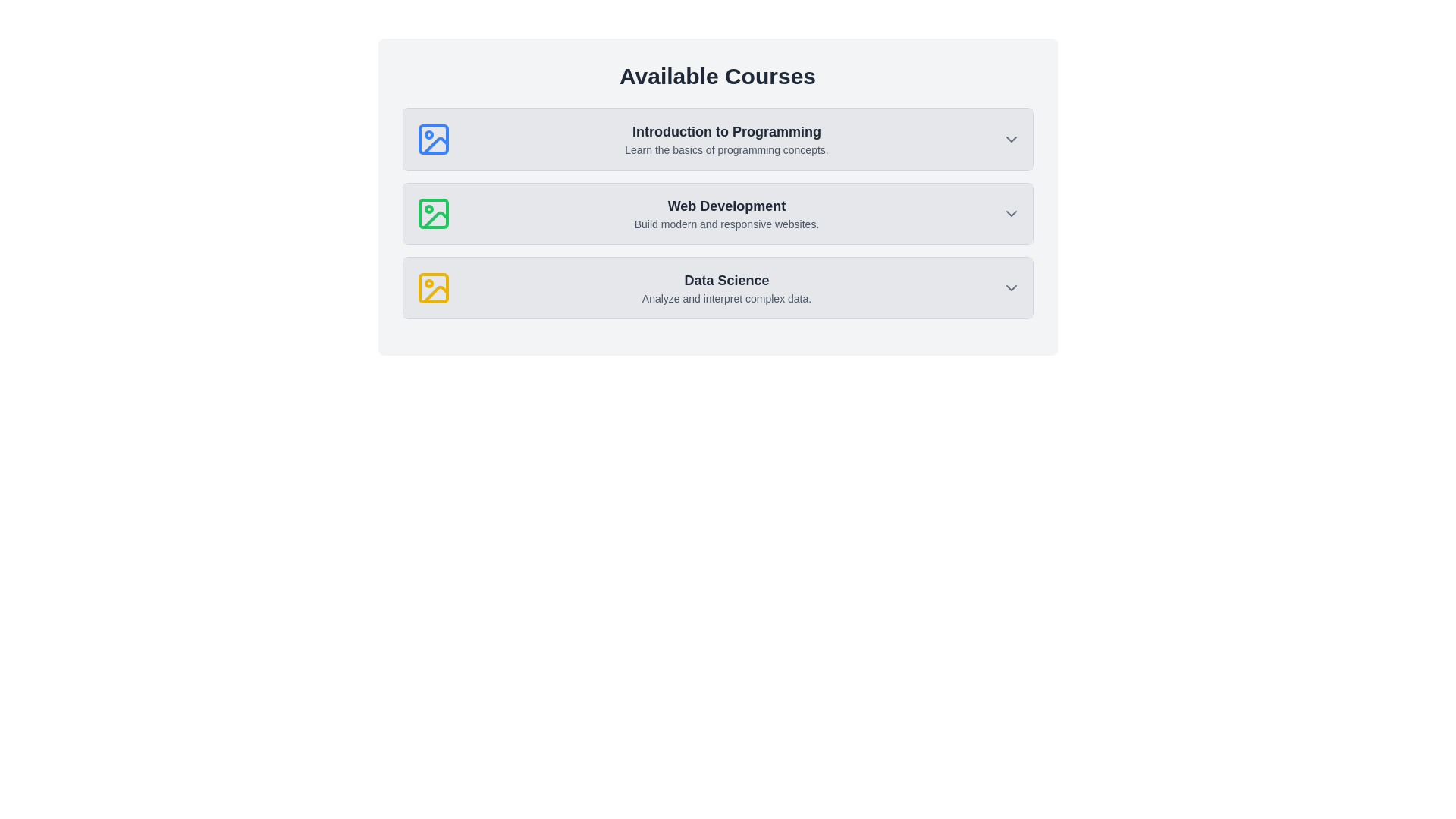  I want to click on the chevron icon on the far right of the 'Web Development' section, so click(1011, 213).